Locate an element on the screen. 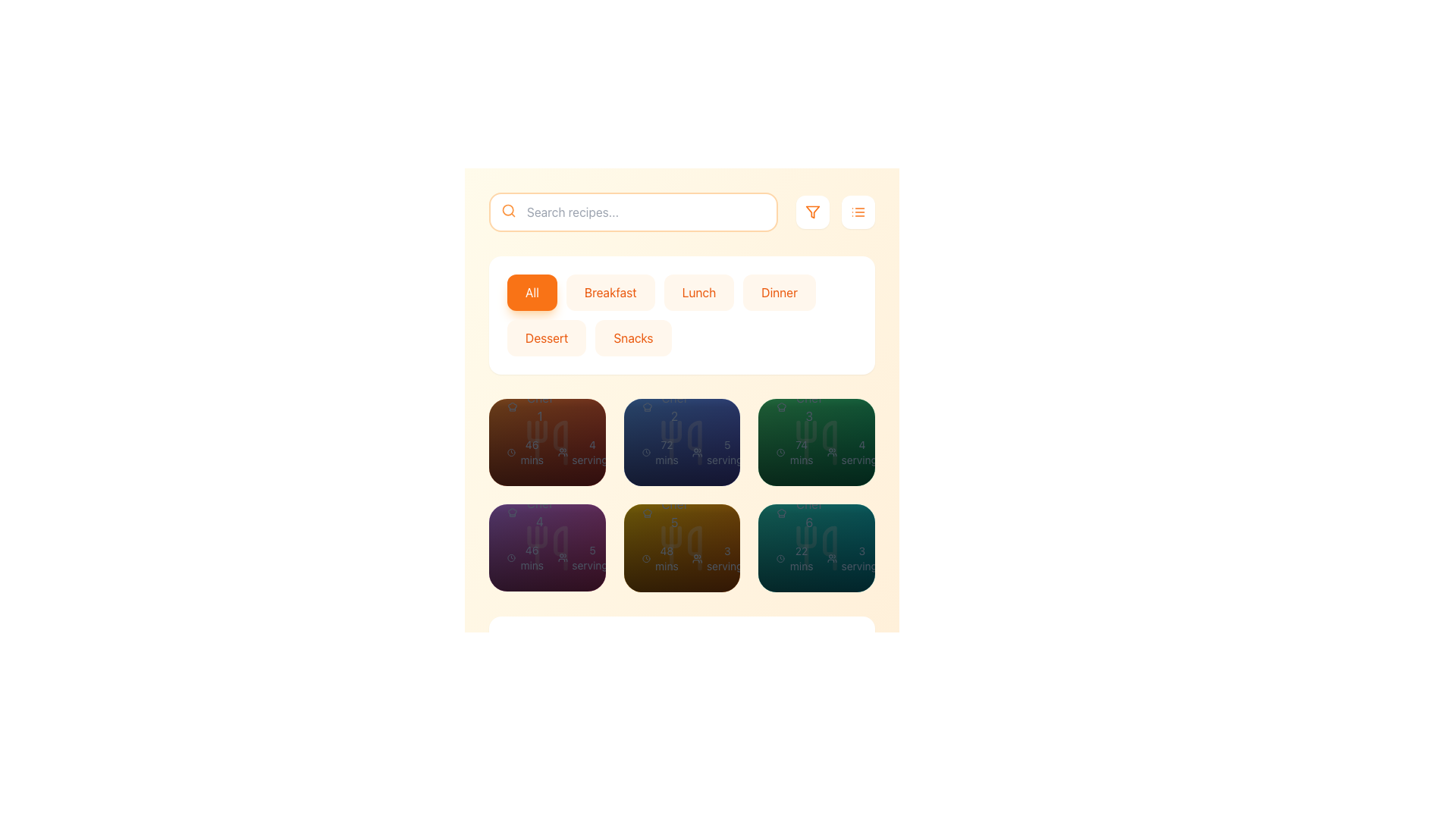 The image size is (1456, 819). the 'Lunch' filter button located in the top center area of the interface, specifically the third button in the first row of a grid-like arrangement is located at coordinates (698, 292).